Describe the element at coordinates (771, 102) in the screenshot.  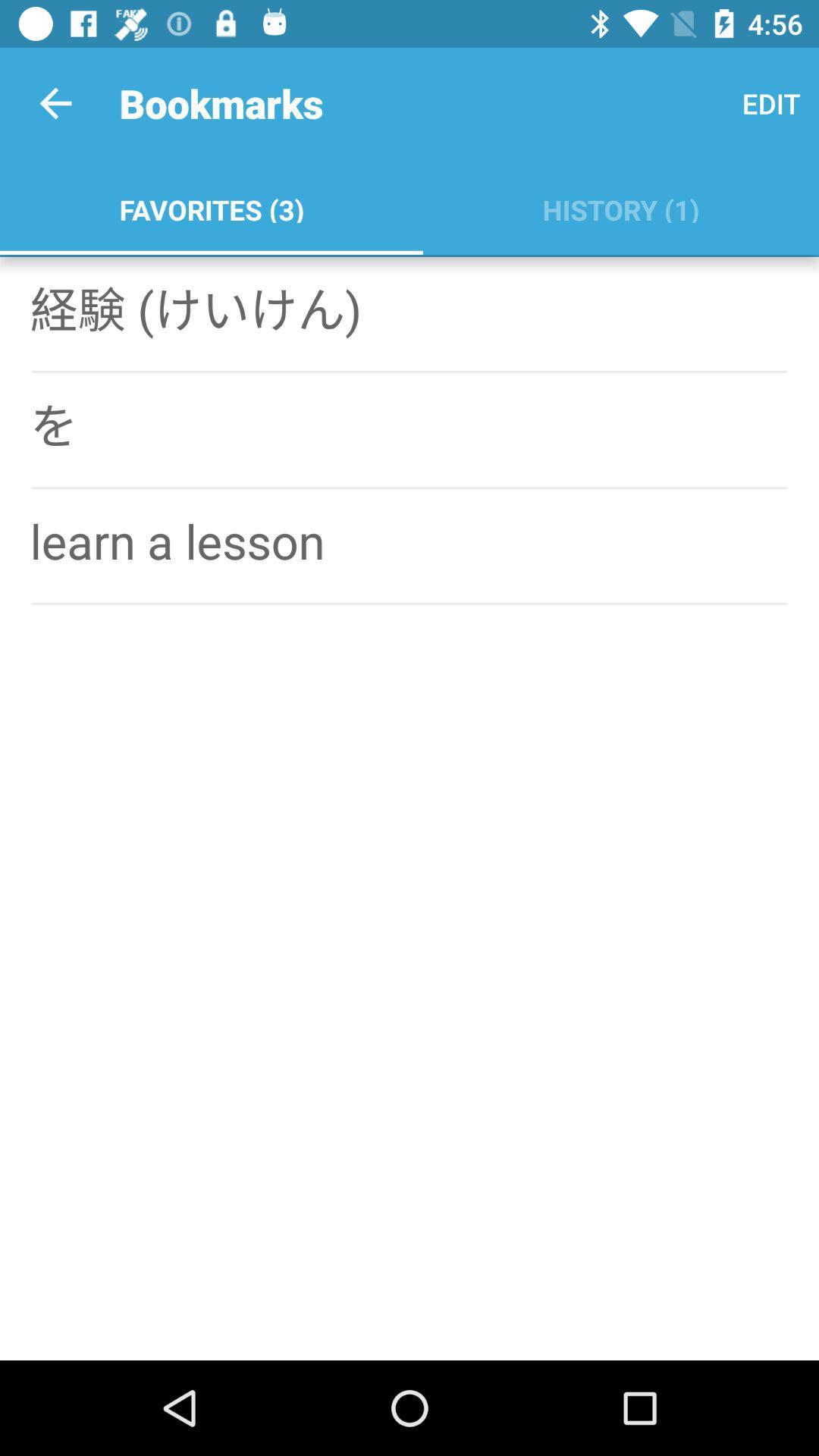
I see `the app to the right of the favorites (3)` at that location.